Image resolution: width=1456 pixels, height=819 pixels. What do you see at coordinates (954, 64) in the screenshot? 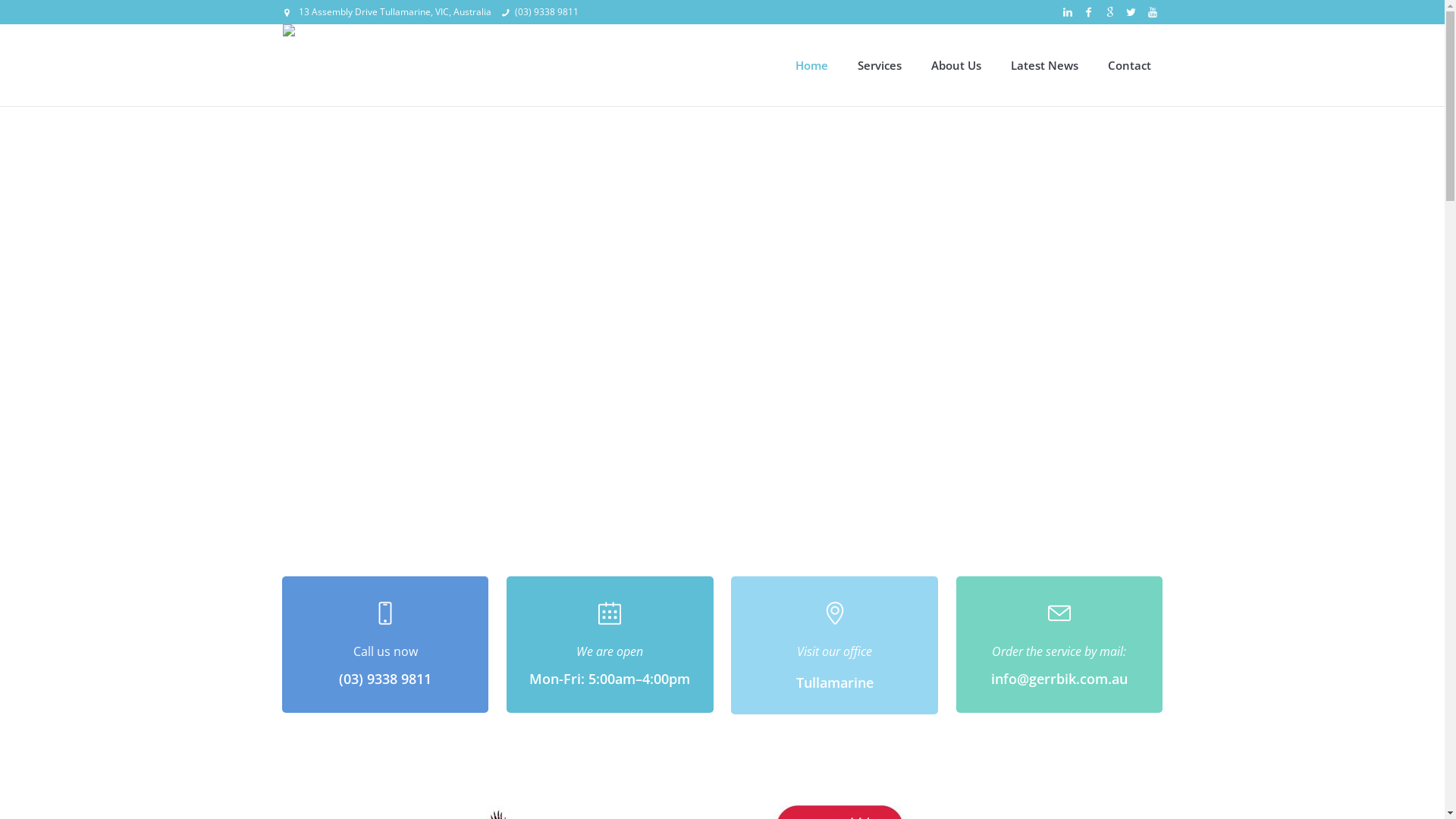
I see `'About Us'` at bounding box center [954, 64].